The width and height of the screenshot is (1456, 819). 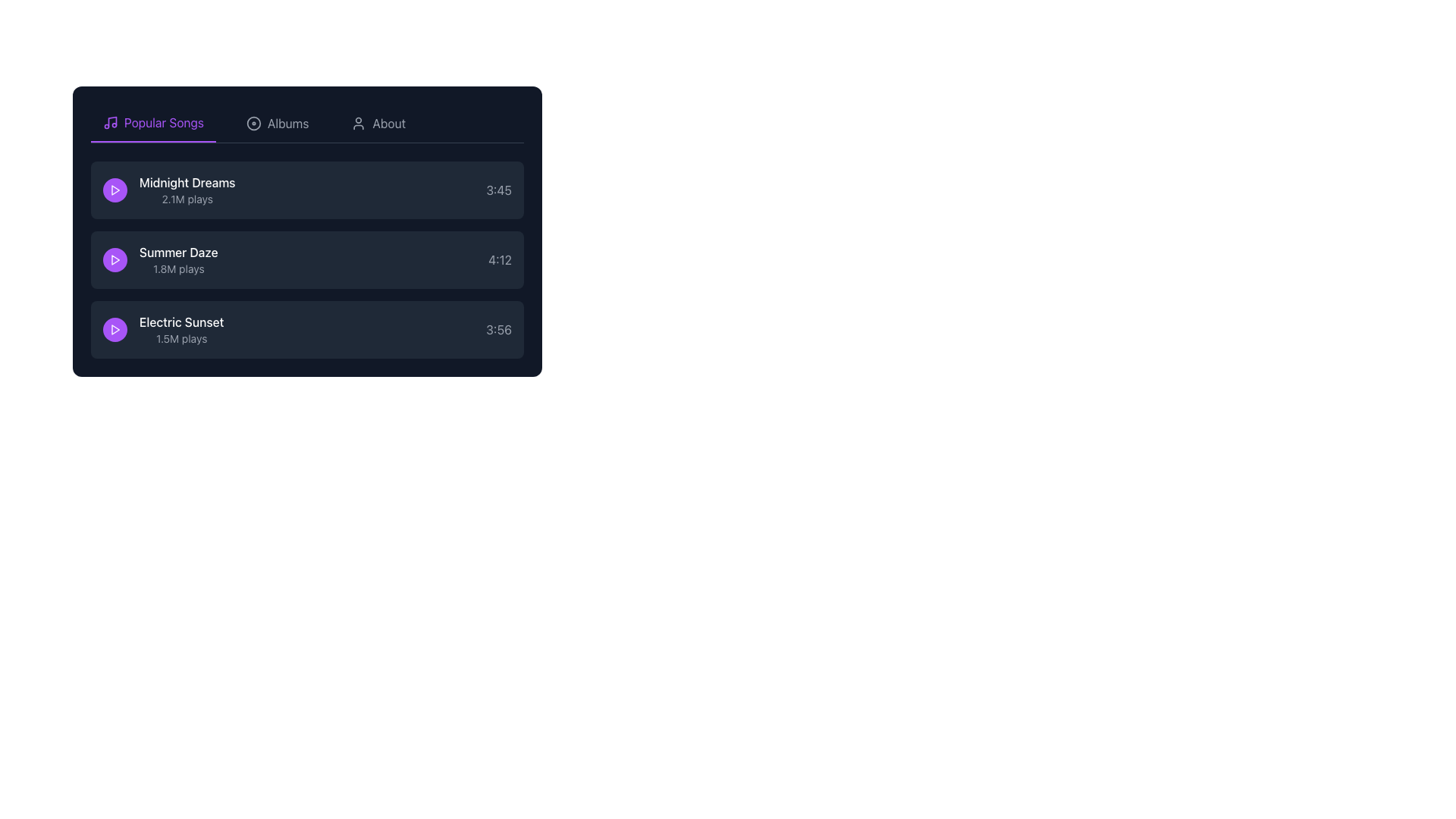 I want to click on the text display element titled 'Electric Sunset' with the subtitle '1.5M plays', so click(x=163, y=329).